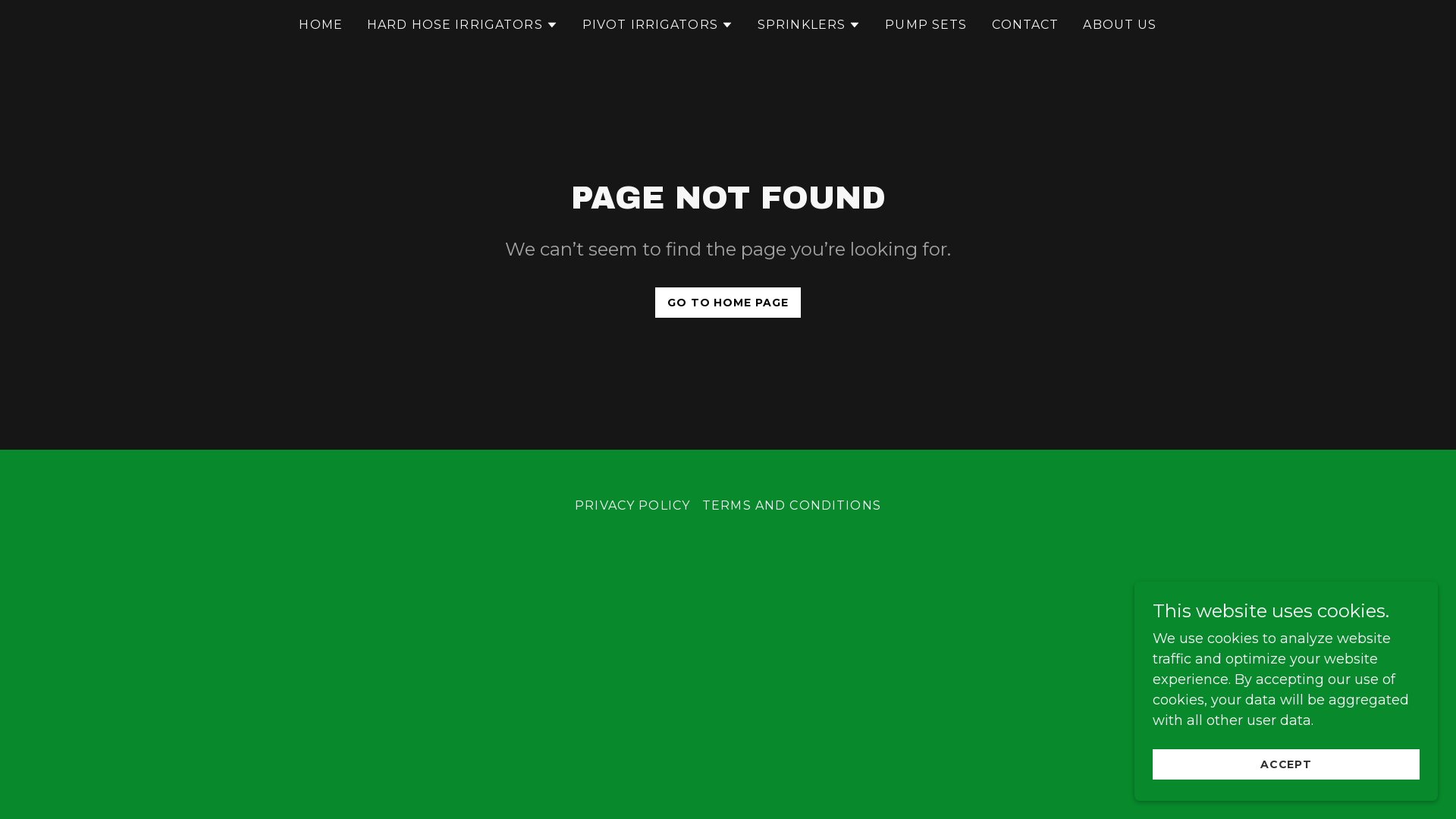 The image size is (1456, 819). I want to click on 'TERMS AND CONDITIONS', so click(695, 505).